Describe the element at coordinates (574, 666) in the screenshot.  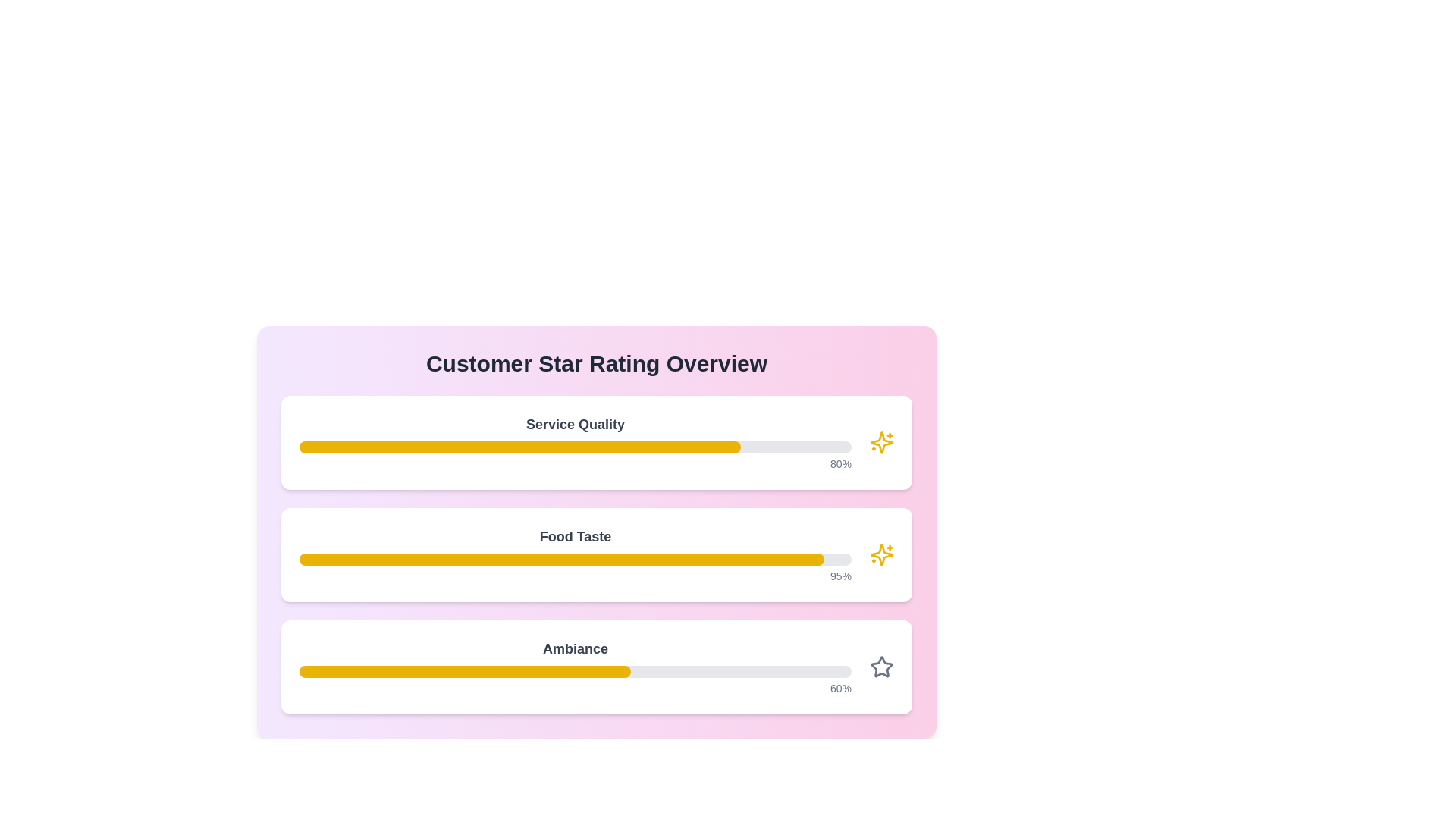
I see `the 'Ambiance' progress bar, which visually represents the rating with a percentage value to its right, located on the third row of the progress bar section` at that location.